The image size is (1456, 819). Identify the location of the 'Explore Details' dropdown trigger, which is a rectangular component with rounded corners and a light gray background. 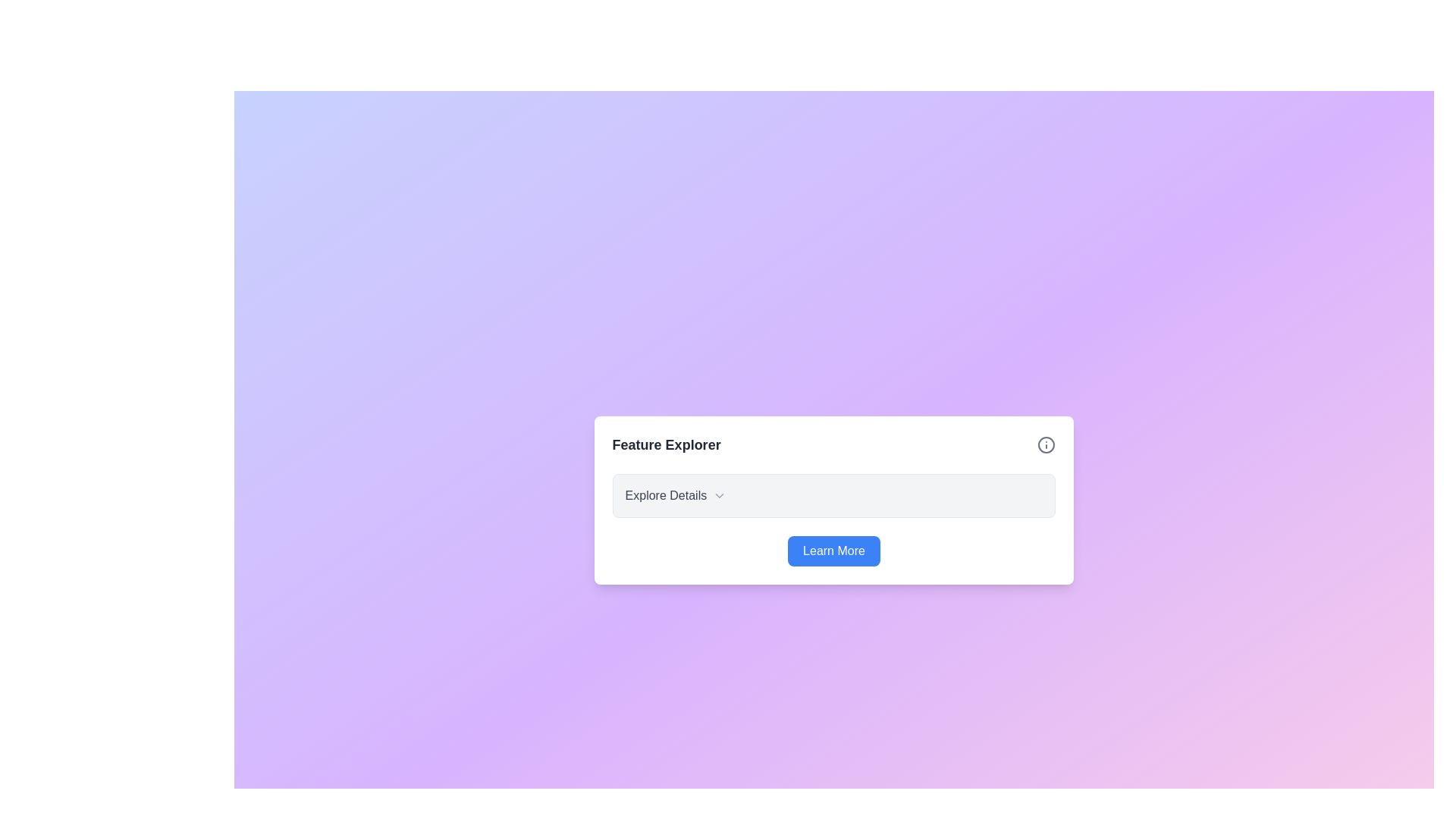
(833, 496).